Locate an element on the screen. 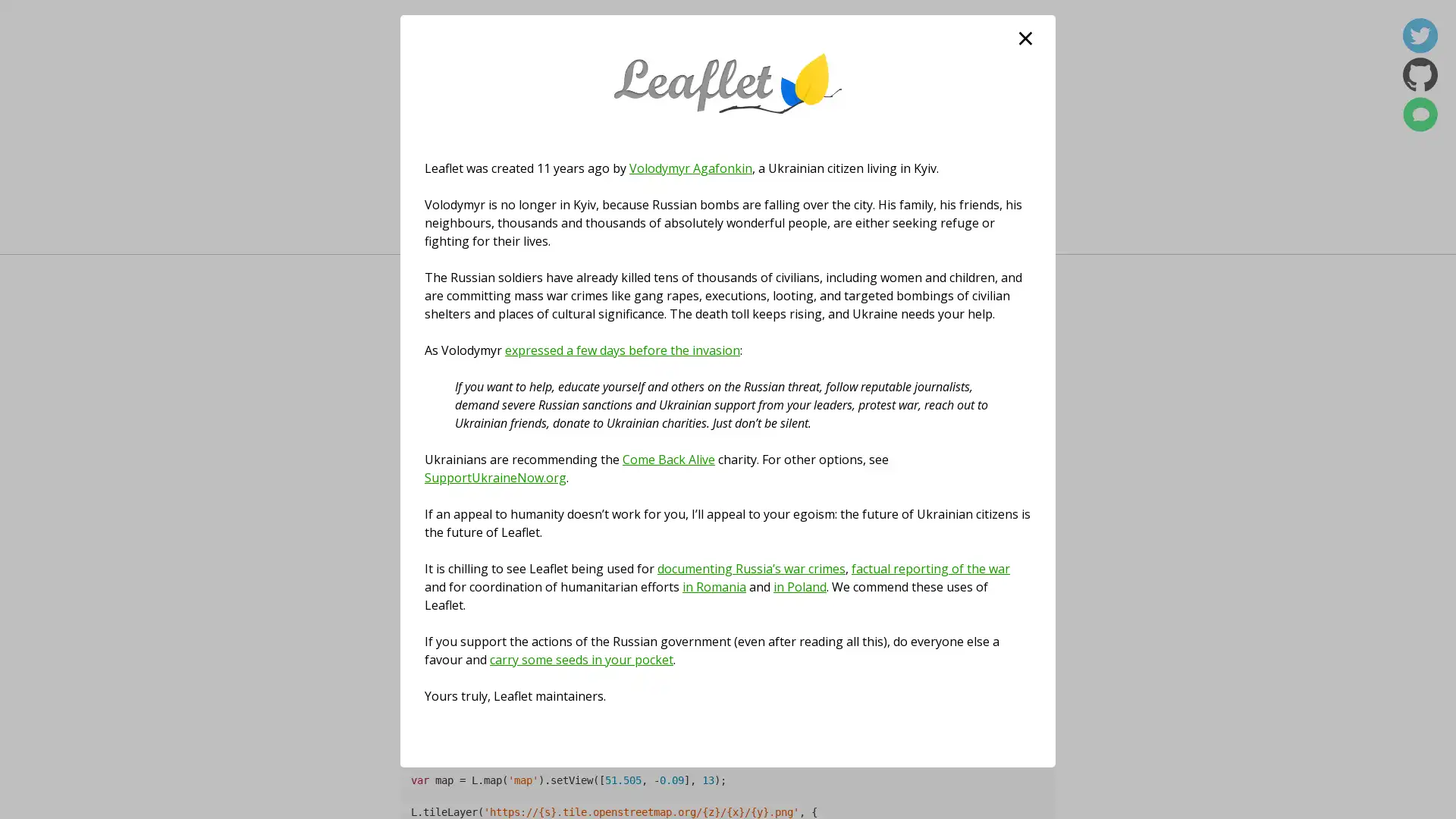  Marker is located at coordinates (728, 595).